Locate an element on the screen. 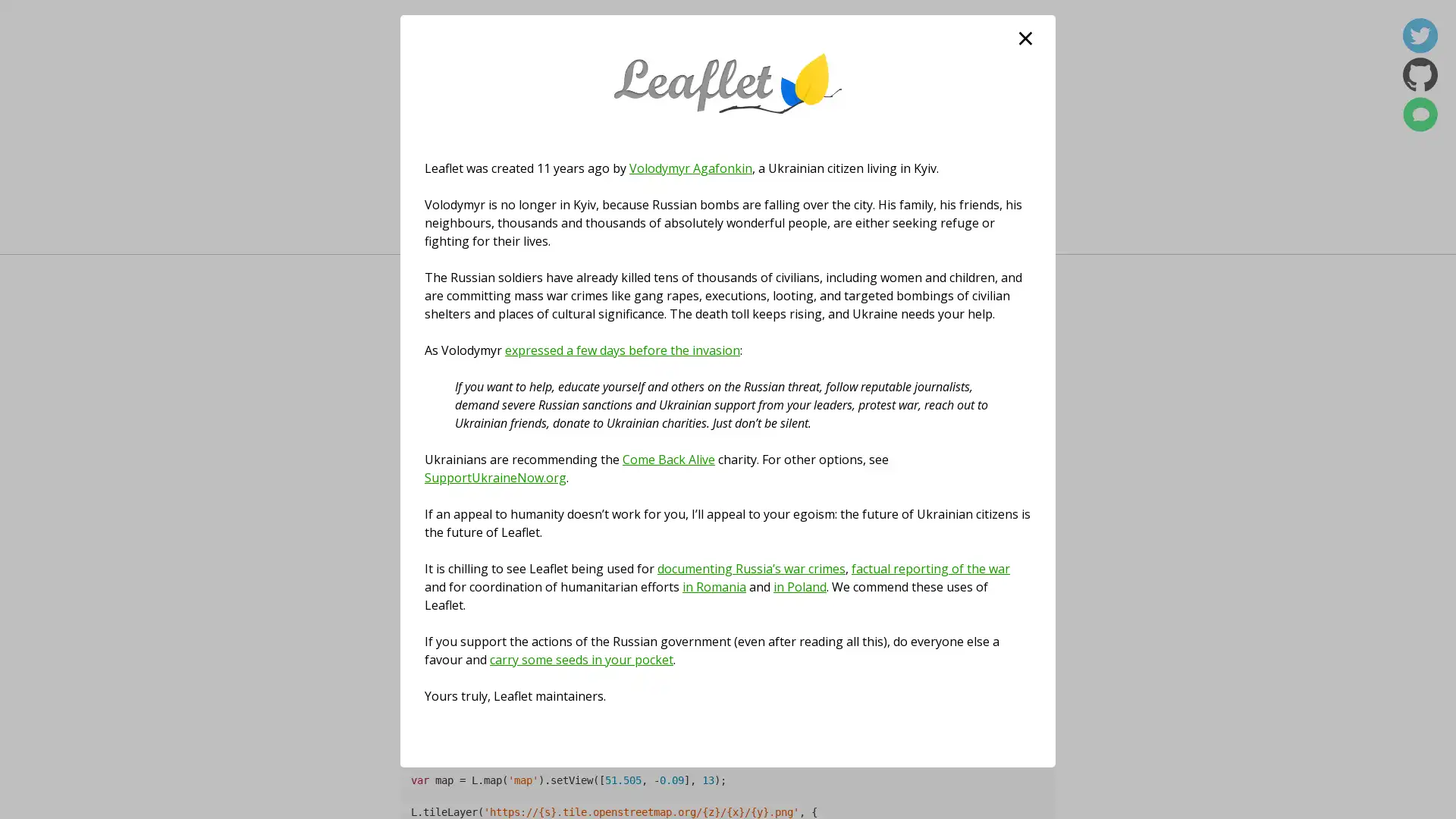  Marker is located at coordinates (728, 595).